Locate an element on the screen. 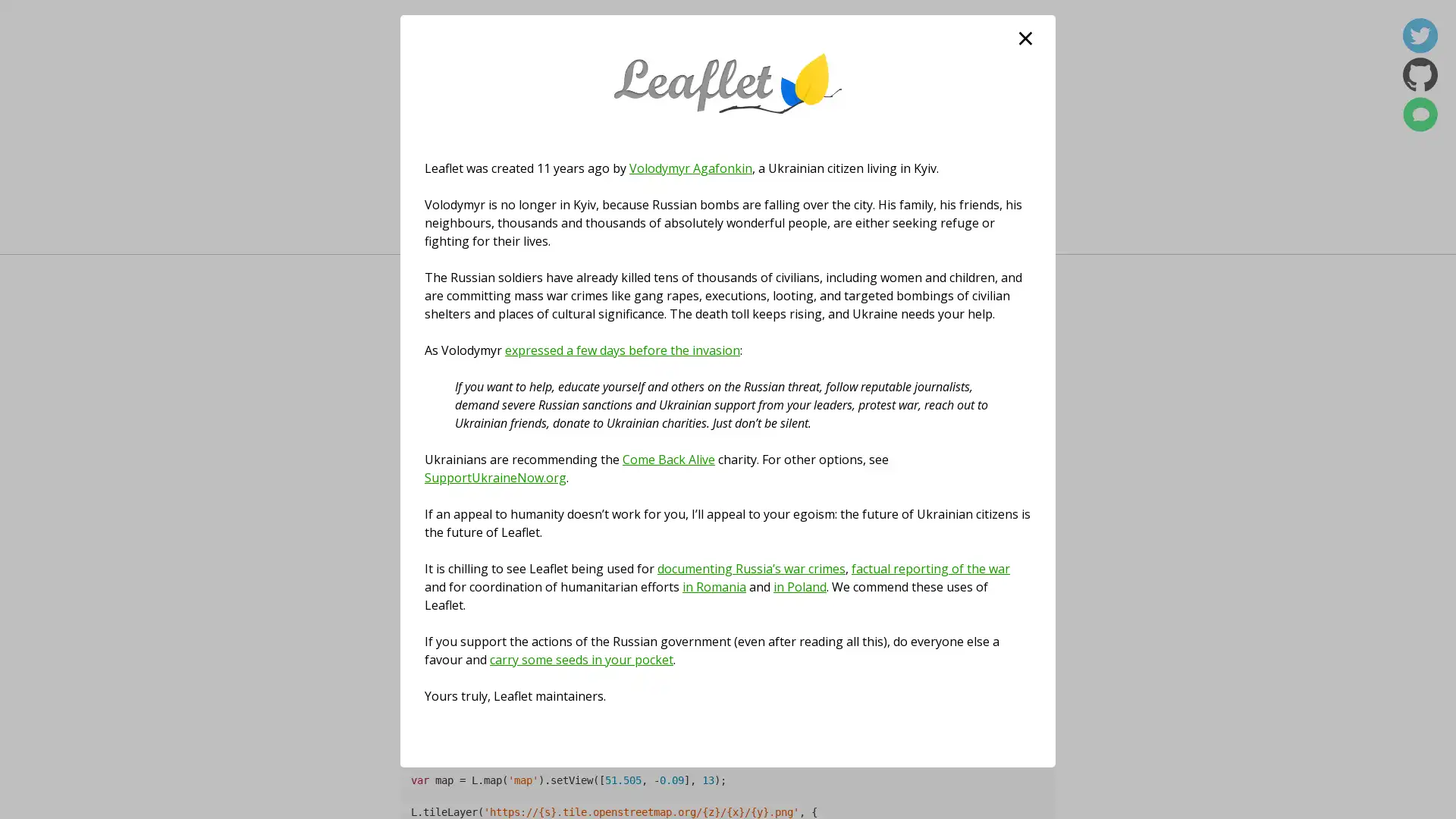  Marker is located at coordinates (728, 595).